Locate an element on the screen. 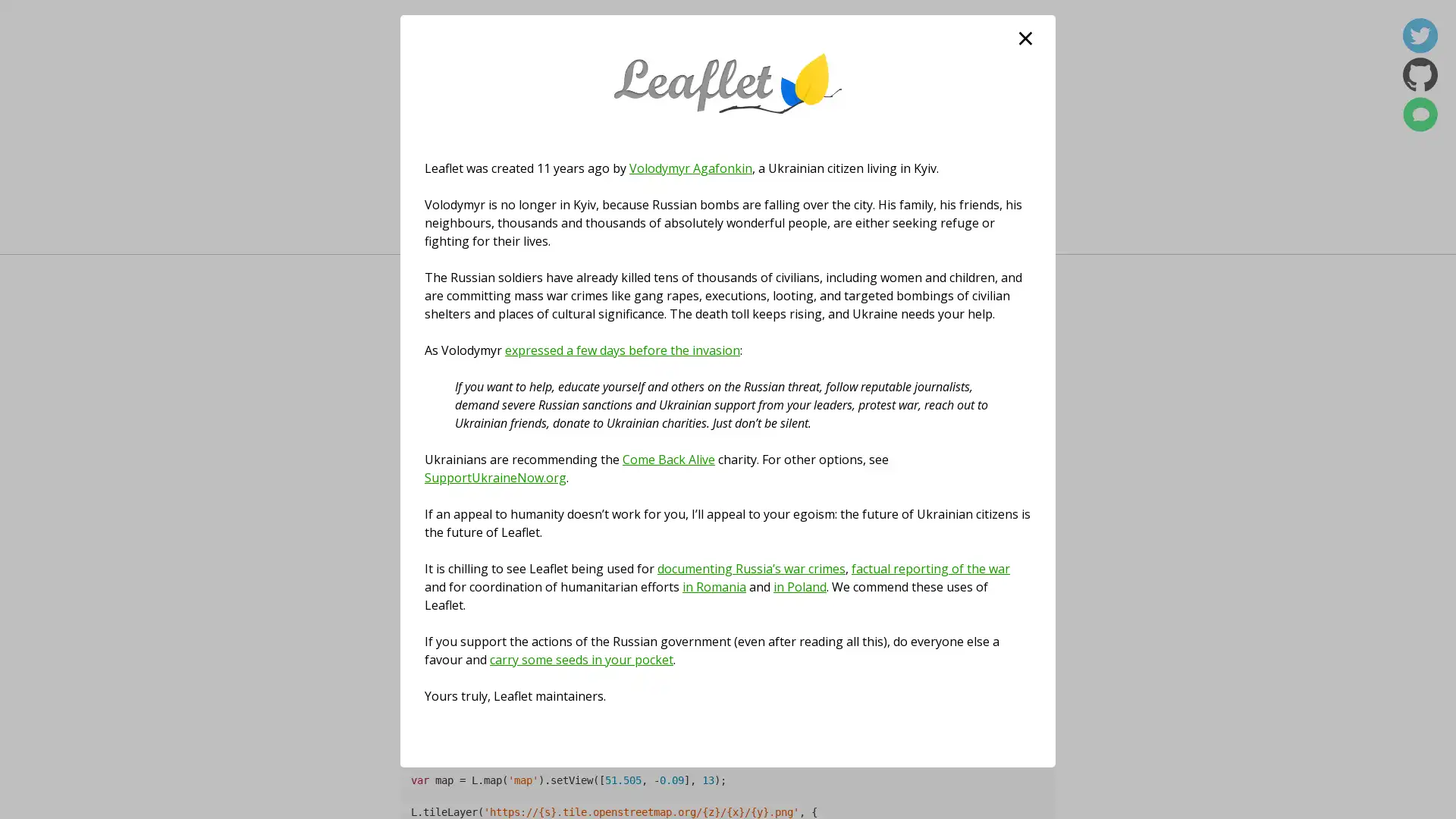  Marker is located at coordinates (728, 595).